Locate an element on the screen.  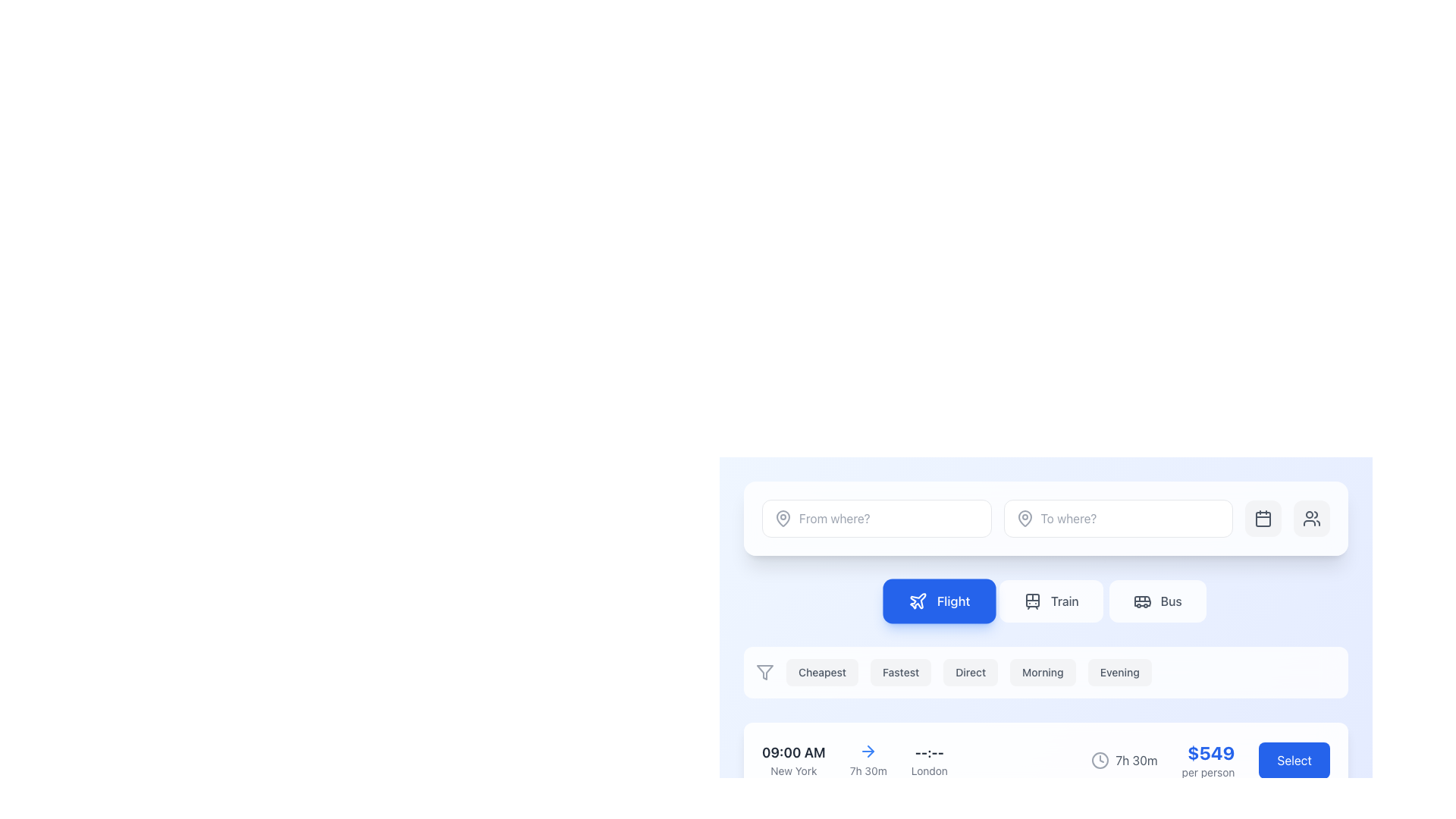
displayed flight information from the Composite component located in the lower right-hand side of the user interface, which includes travel duration, pricing, and a button for selection is located at coordinates (1210, 760).